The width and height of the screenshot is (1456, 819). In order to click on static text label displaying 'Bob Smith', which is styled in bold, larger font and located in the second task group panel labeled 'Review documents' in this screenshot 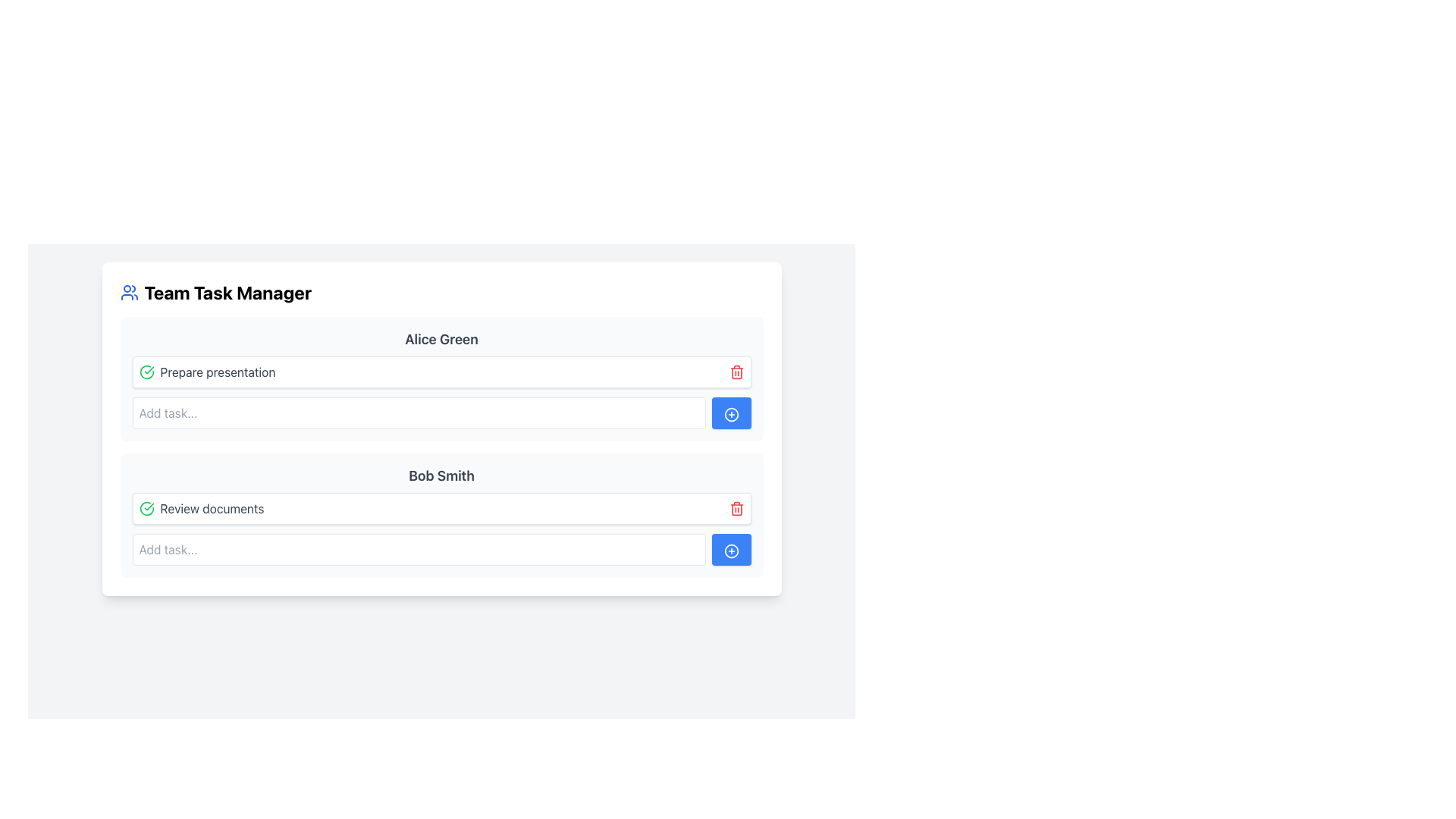, I will do `click(441, 475)`.